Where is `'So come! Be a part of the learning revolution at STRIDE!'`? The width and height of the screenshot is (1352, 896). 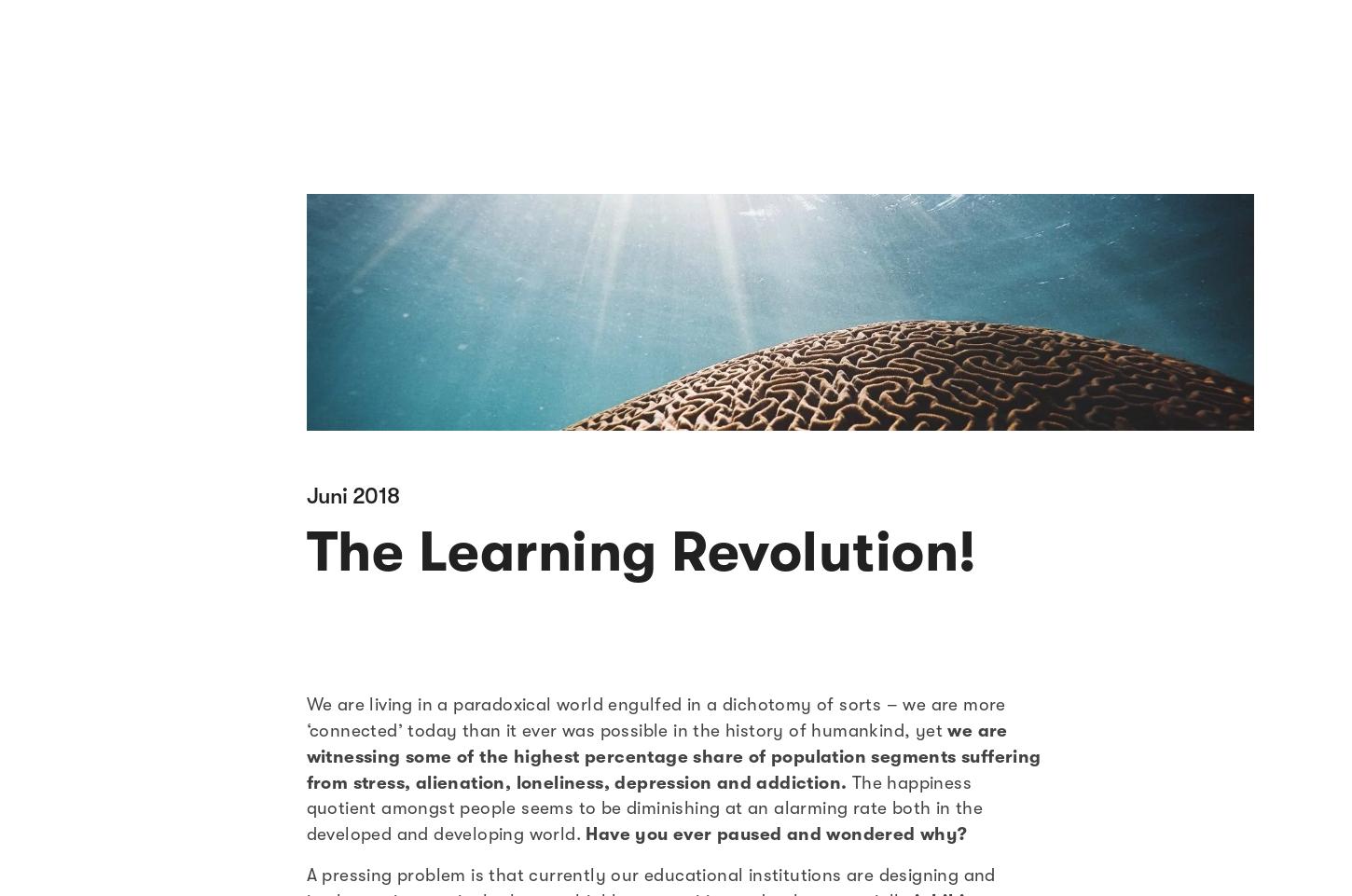
'So come! Be a part of the learning revolution at STRIDE!' is located at coordinates (538, 496).